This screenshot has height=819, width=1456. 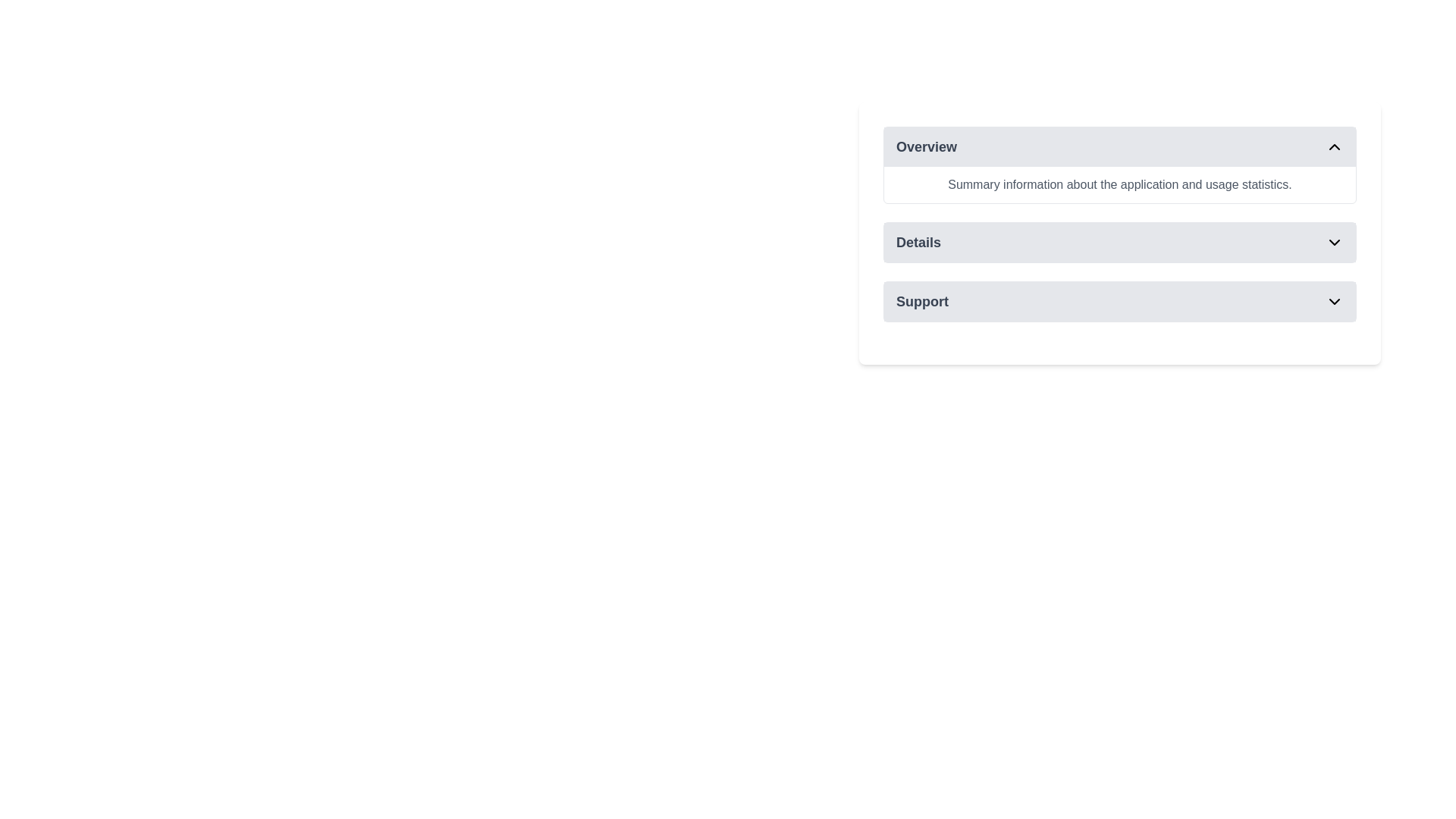 I want to click on the text label that indicates the category or type of options within a collapsible section in the settings menu, so click(x=921, y=301).